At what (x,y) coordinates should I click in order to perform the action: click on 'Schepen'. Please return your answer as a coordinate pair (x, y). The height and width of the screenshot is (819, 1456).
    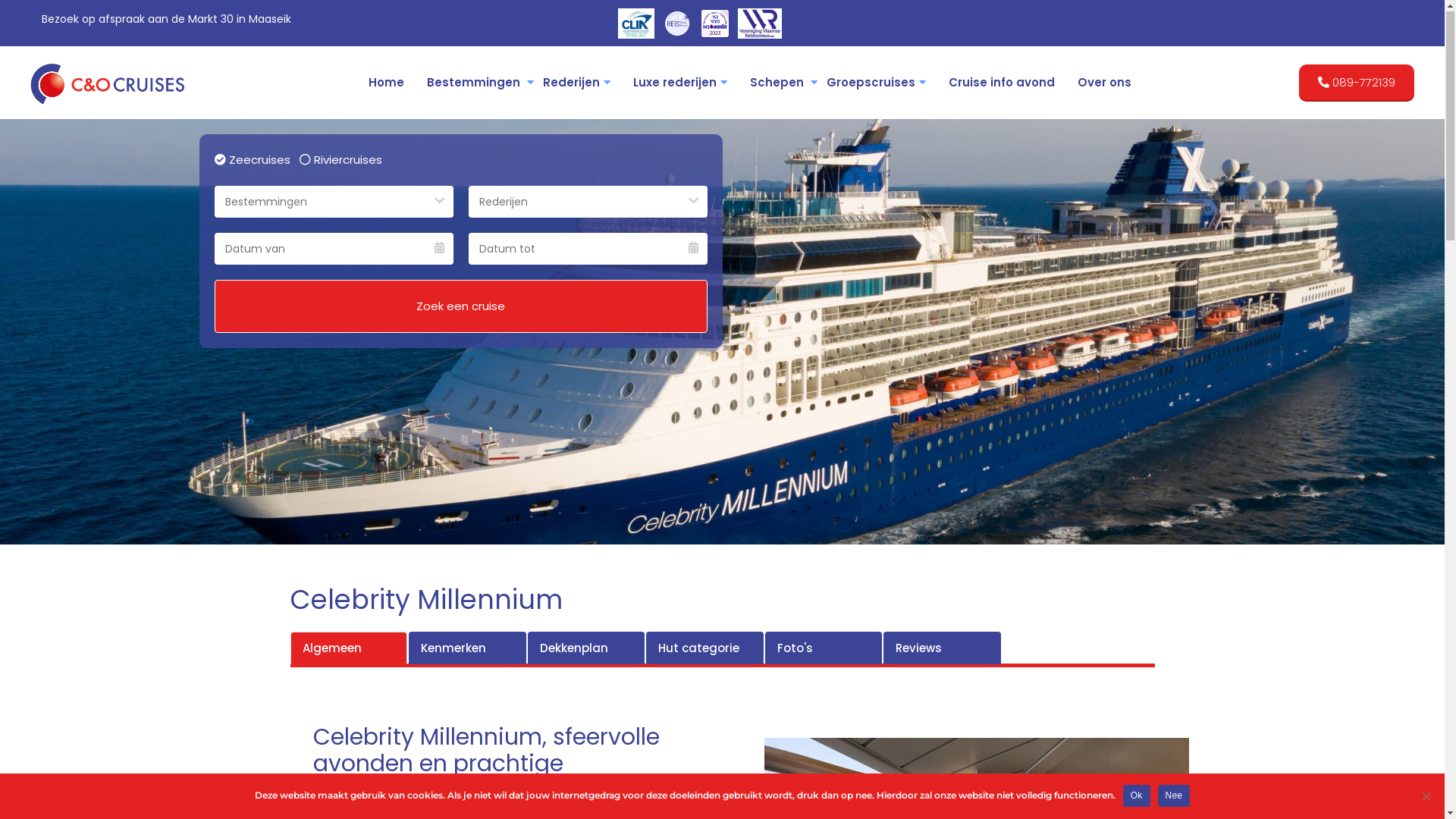
    Looking at the image, I should click on (777, 83).